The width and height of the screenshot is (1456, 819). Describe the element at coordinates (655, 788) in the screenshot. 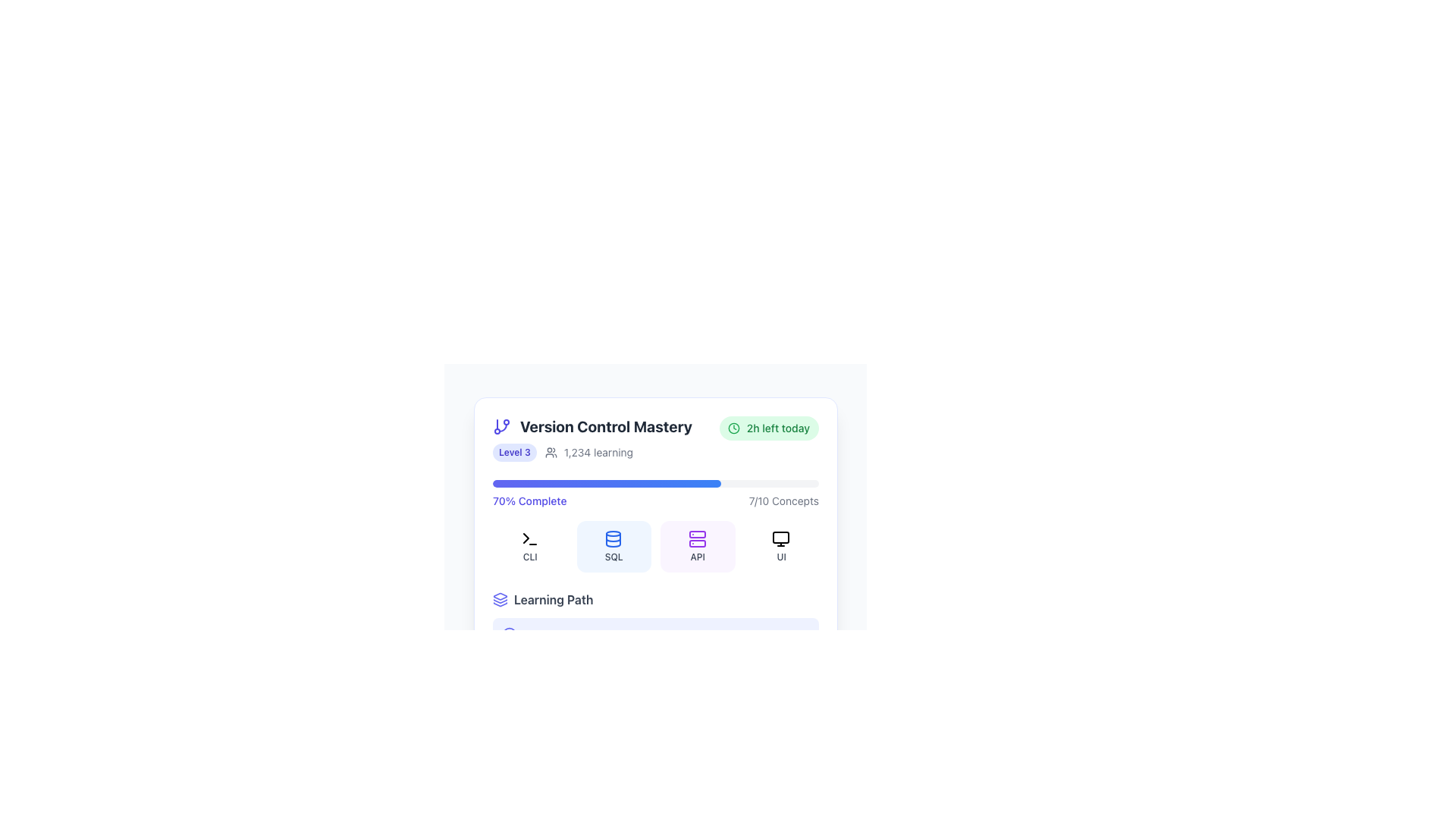

I see `the descriptive text label located at the bottom edge of the vertically centered card-like structure with rounded corners and a white background` at that location.